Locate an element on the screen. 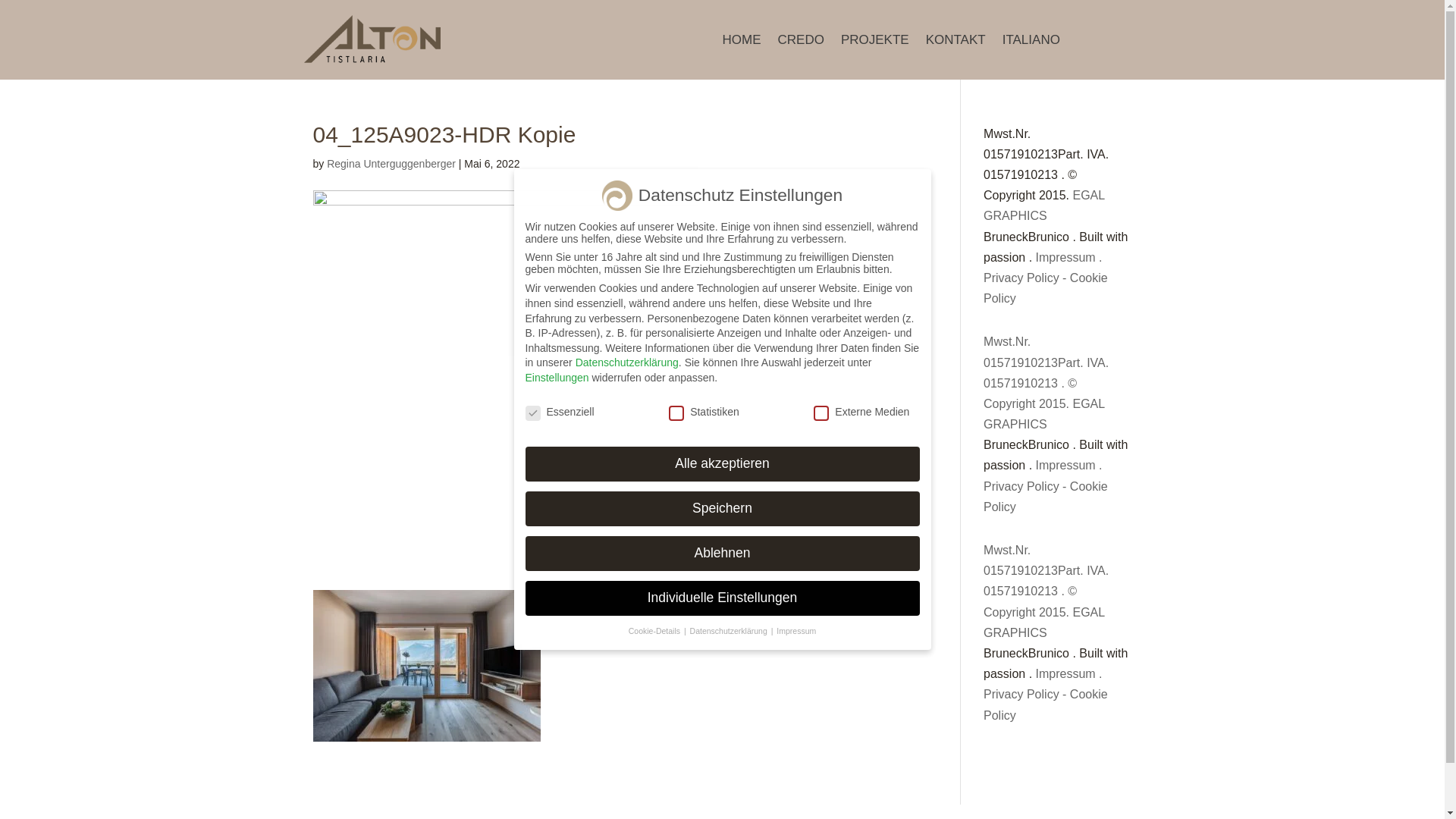  'PROJEKTE' is located at coordinates (874, 42).